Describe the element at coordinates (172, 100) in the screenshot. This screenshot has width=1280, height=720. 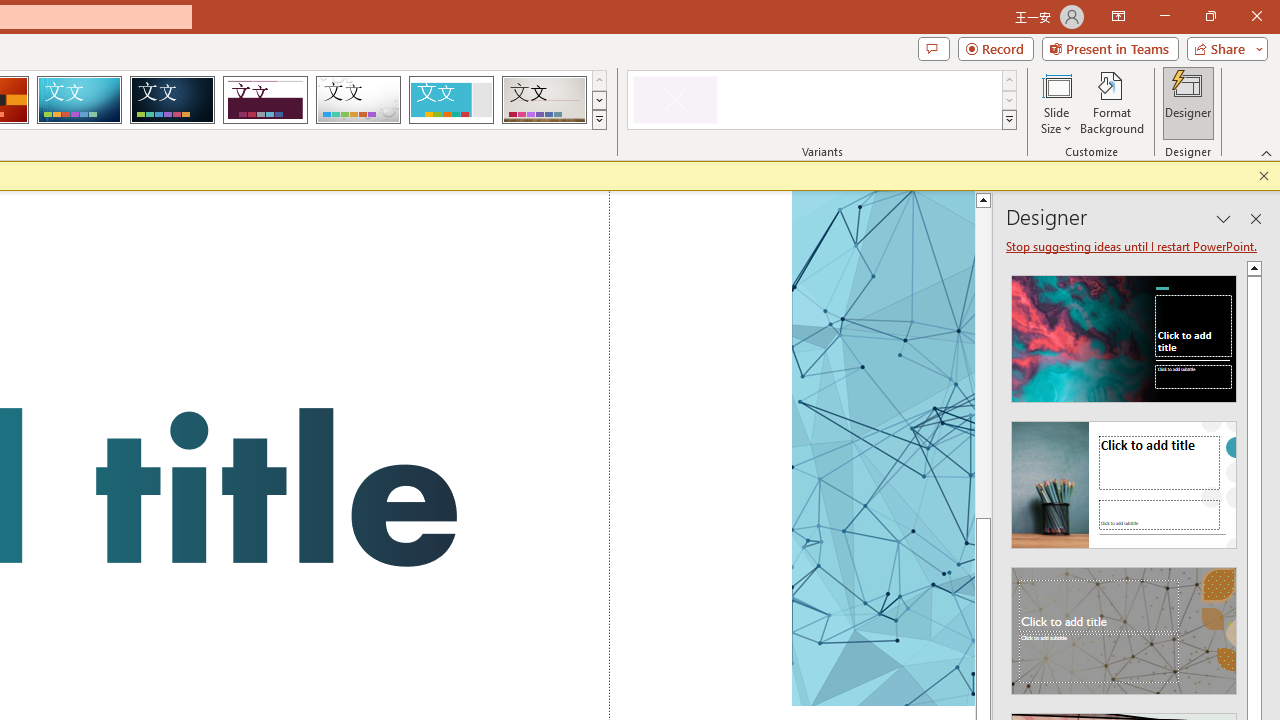
I see `'Damask'` at that location.